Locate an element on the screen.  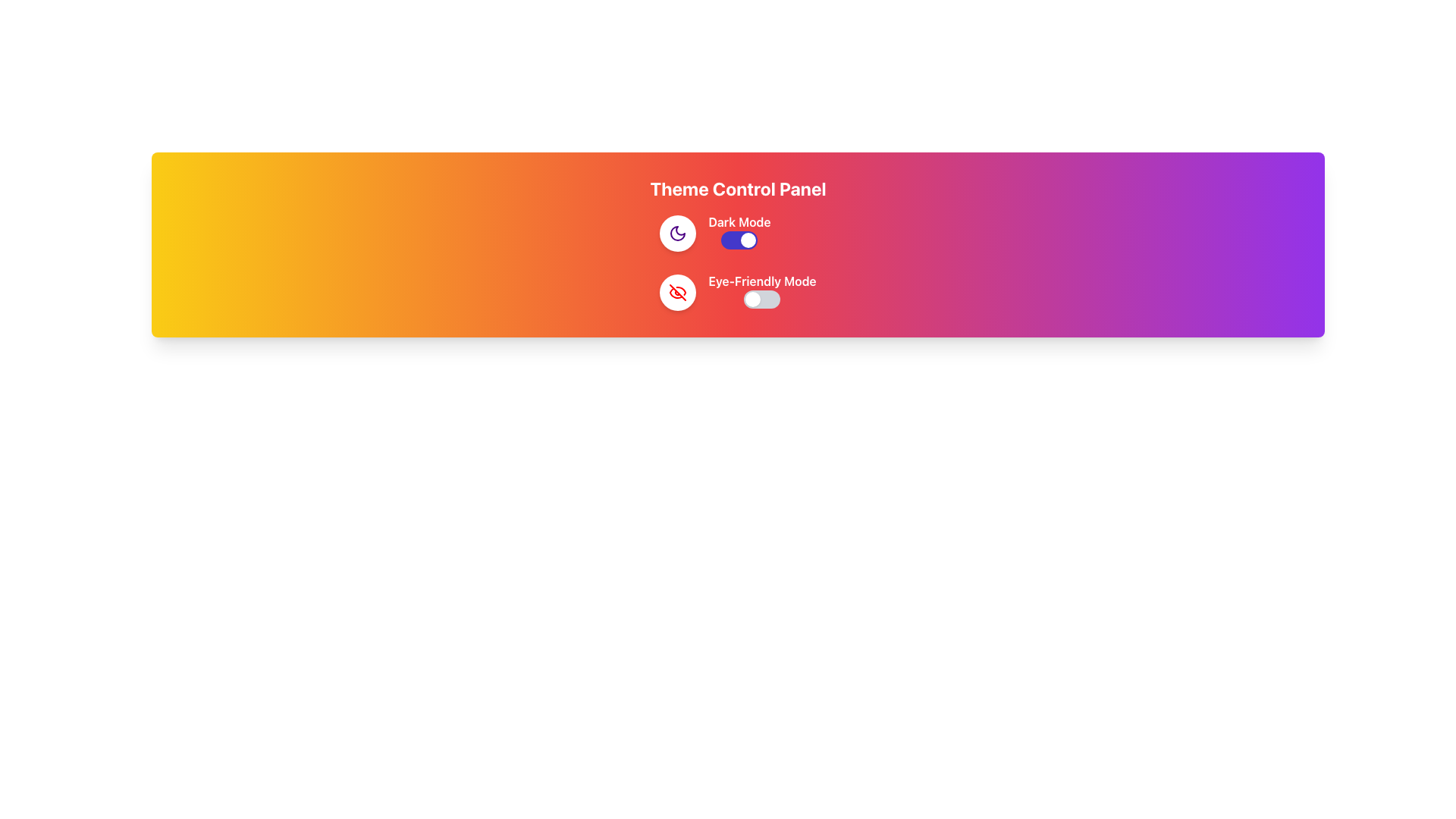
the white knob of the active toggle switch for the 'Dark Mode' feature is located at coordinates (739, 239).